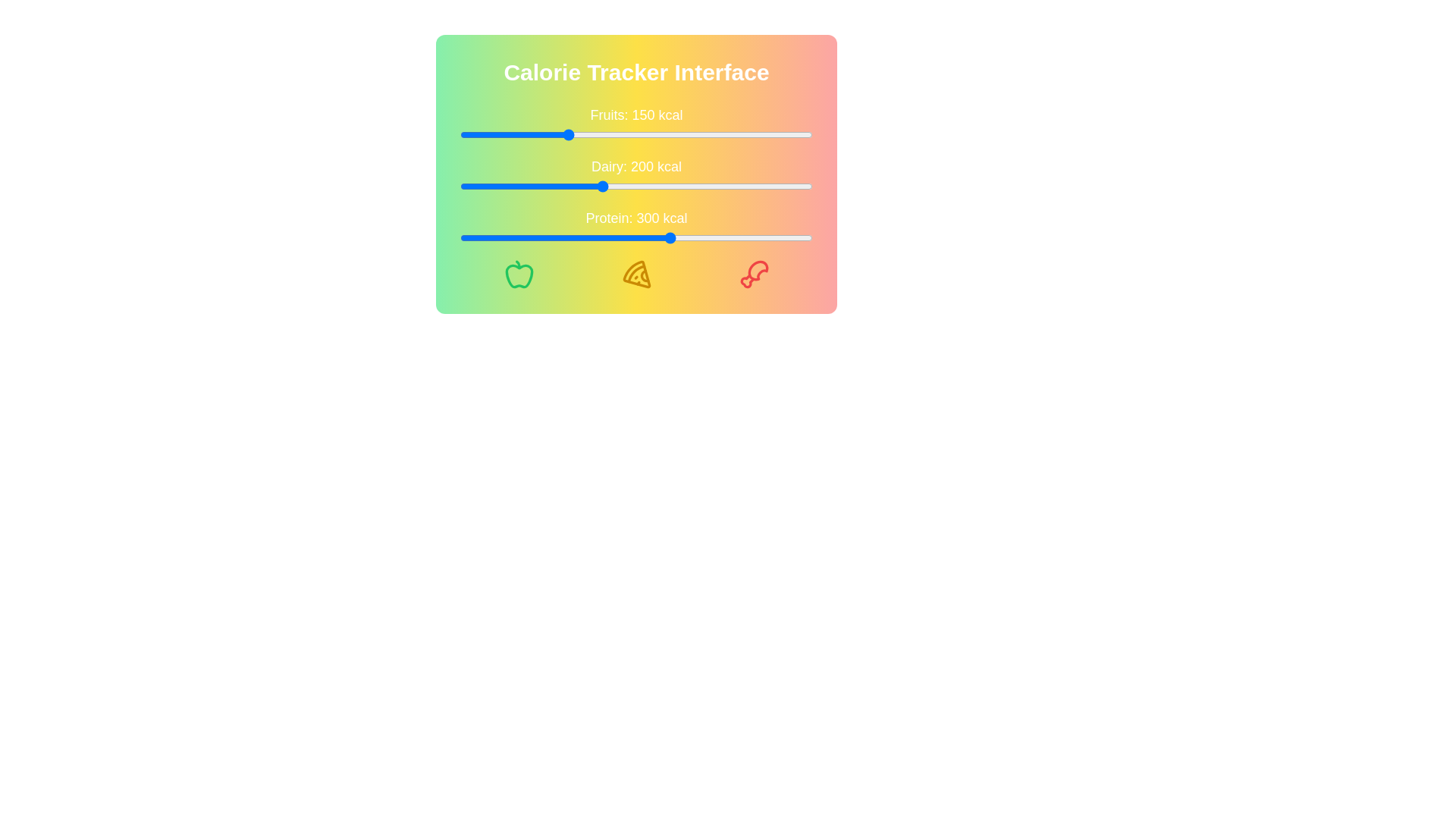 Image resolution: width=1456 pixels, height=819 pixels. What do you see at coordinates (731, 133) in the screenshot?
I see `the calorie slider for 'Fruits' to 385 kcal` at bounding box center [731, 133].